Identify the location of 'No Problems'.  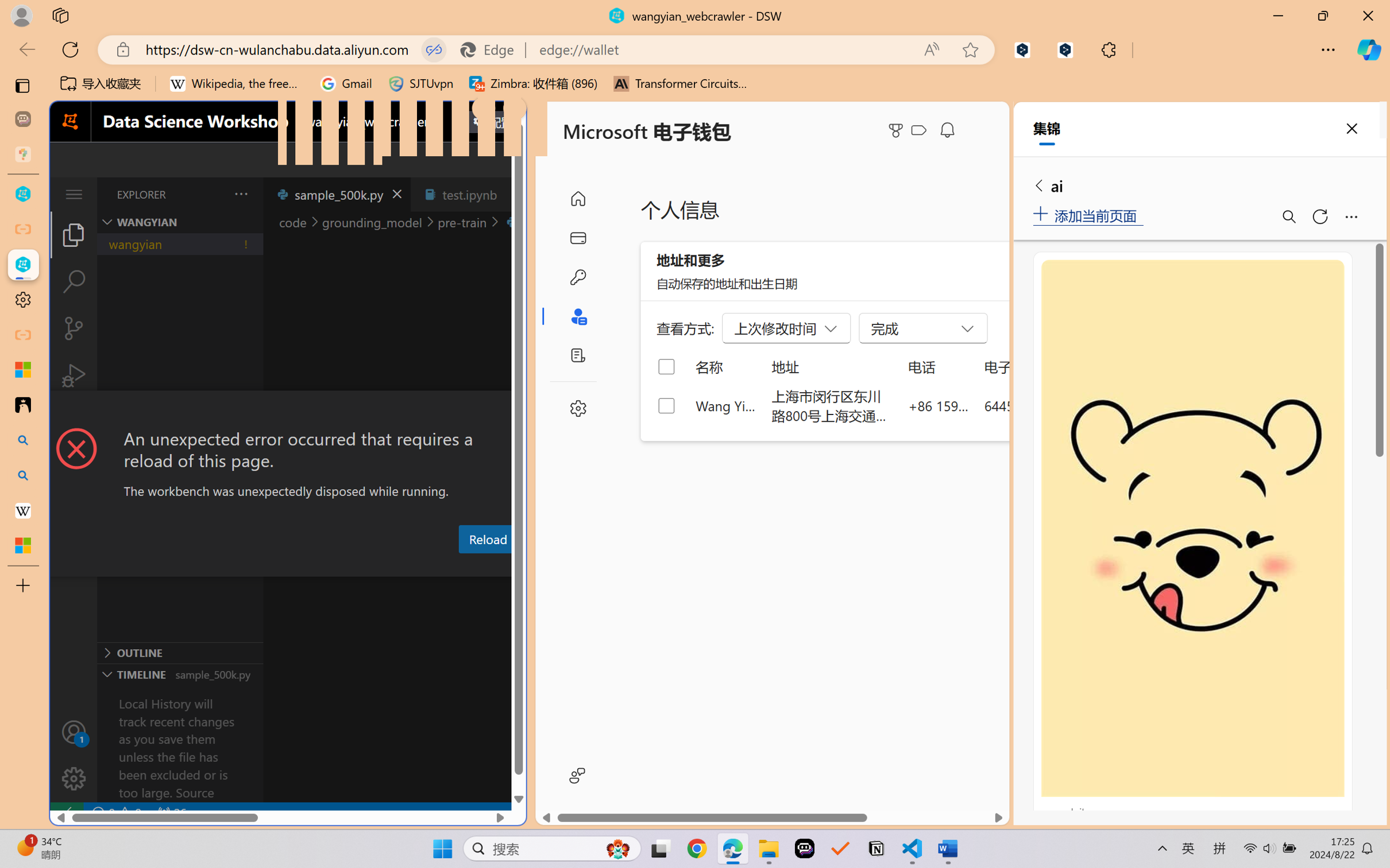
(115, 812).